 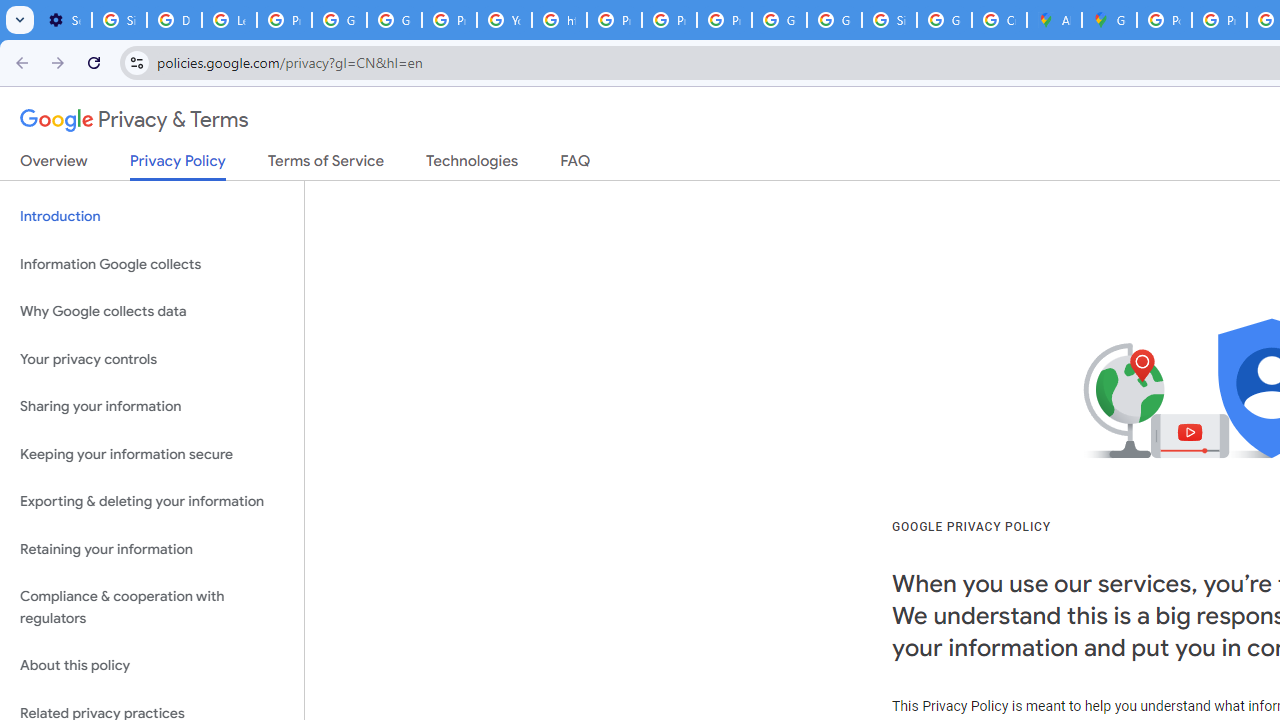 What do you see at coordinates (1108, 20) in the screenshot?
I see `'Google Maps'` at bounding box center [1108, 20].